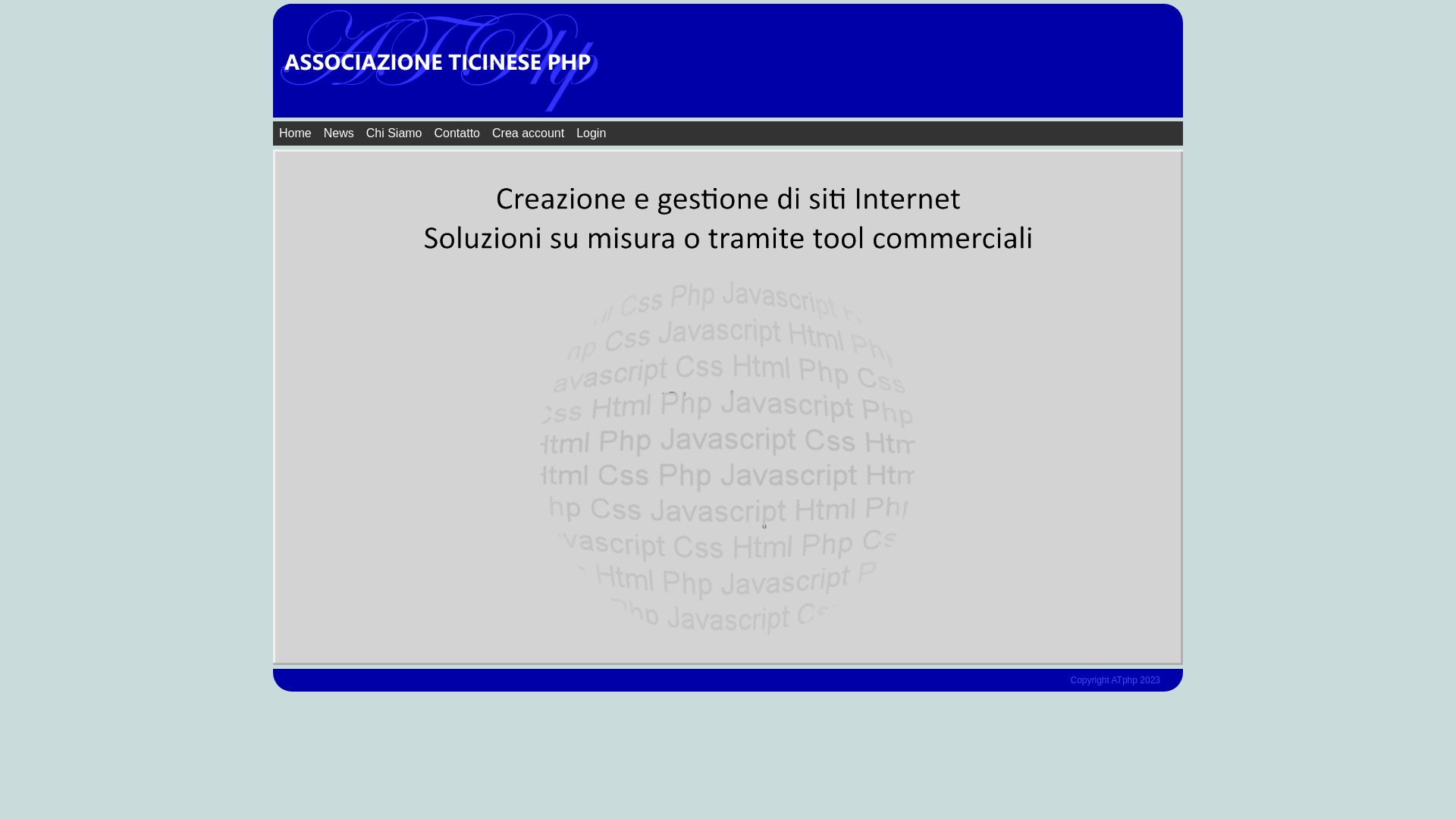  What do you see at coordinates (394, 133) in the screenshot?
I see `'Chi Siamo'` at bounding box center [394, 133].